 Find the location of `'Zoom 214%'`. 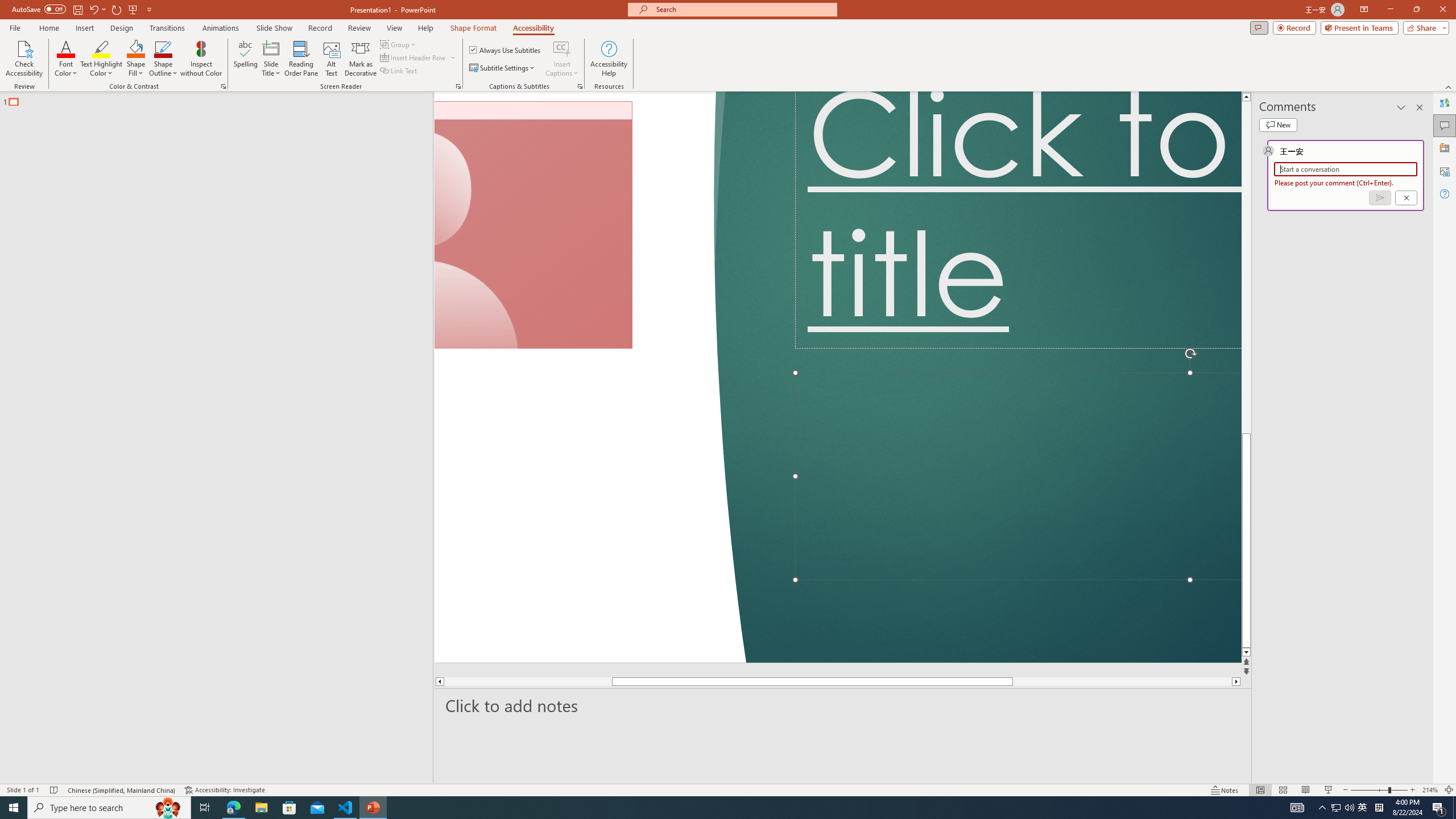

'Zoom 214%' is located at coordinates (1430, 790).